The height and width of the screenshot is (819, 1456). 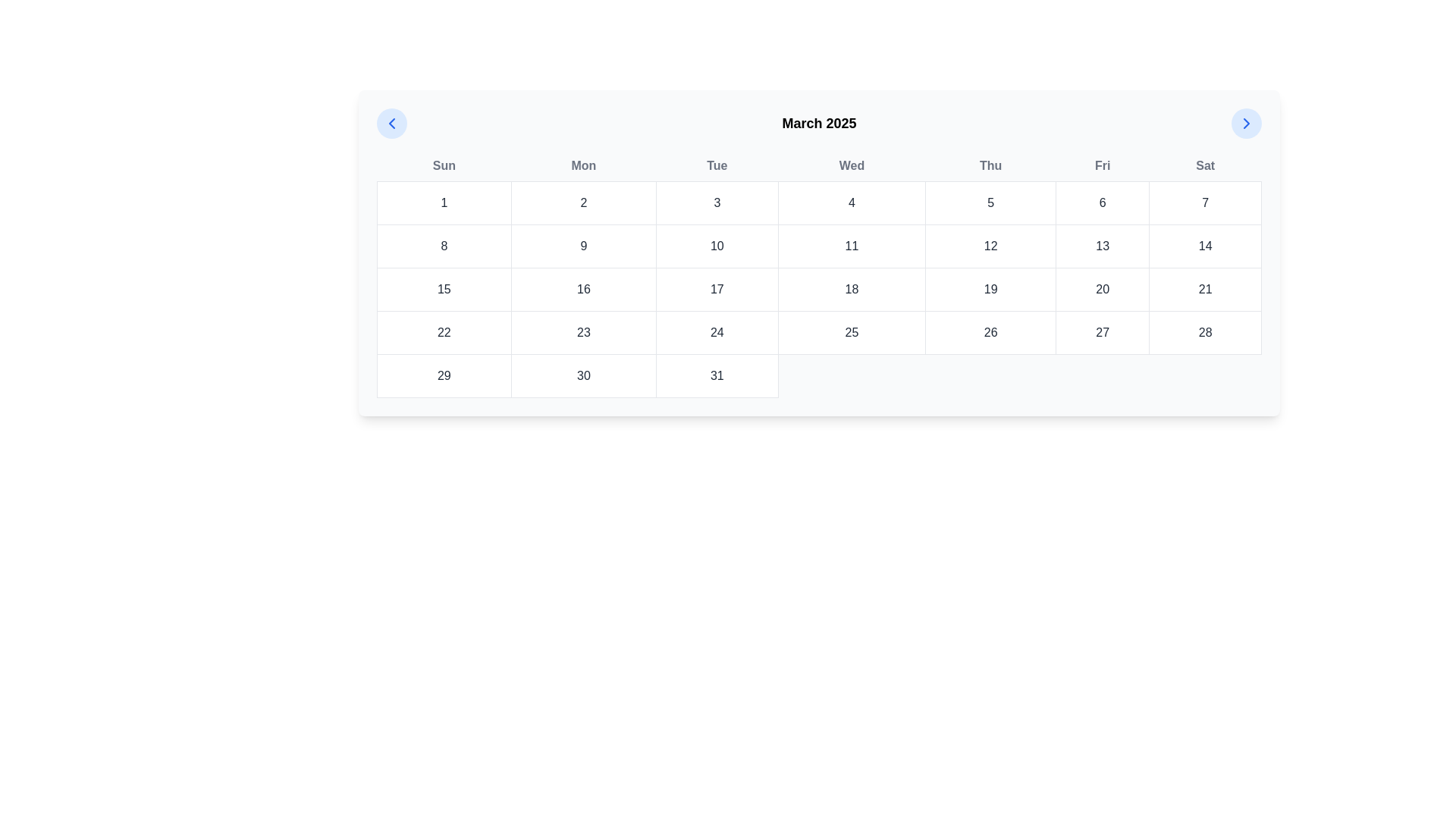 What do you see at coordinates (990, 245) in the screenshot?
I see `the selectable date button representing the 12th day of the month in the calendar interface` at bounding box center [990, 245].